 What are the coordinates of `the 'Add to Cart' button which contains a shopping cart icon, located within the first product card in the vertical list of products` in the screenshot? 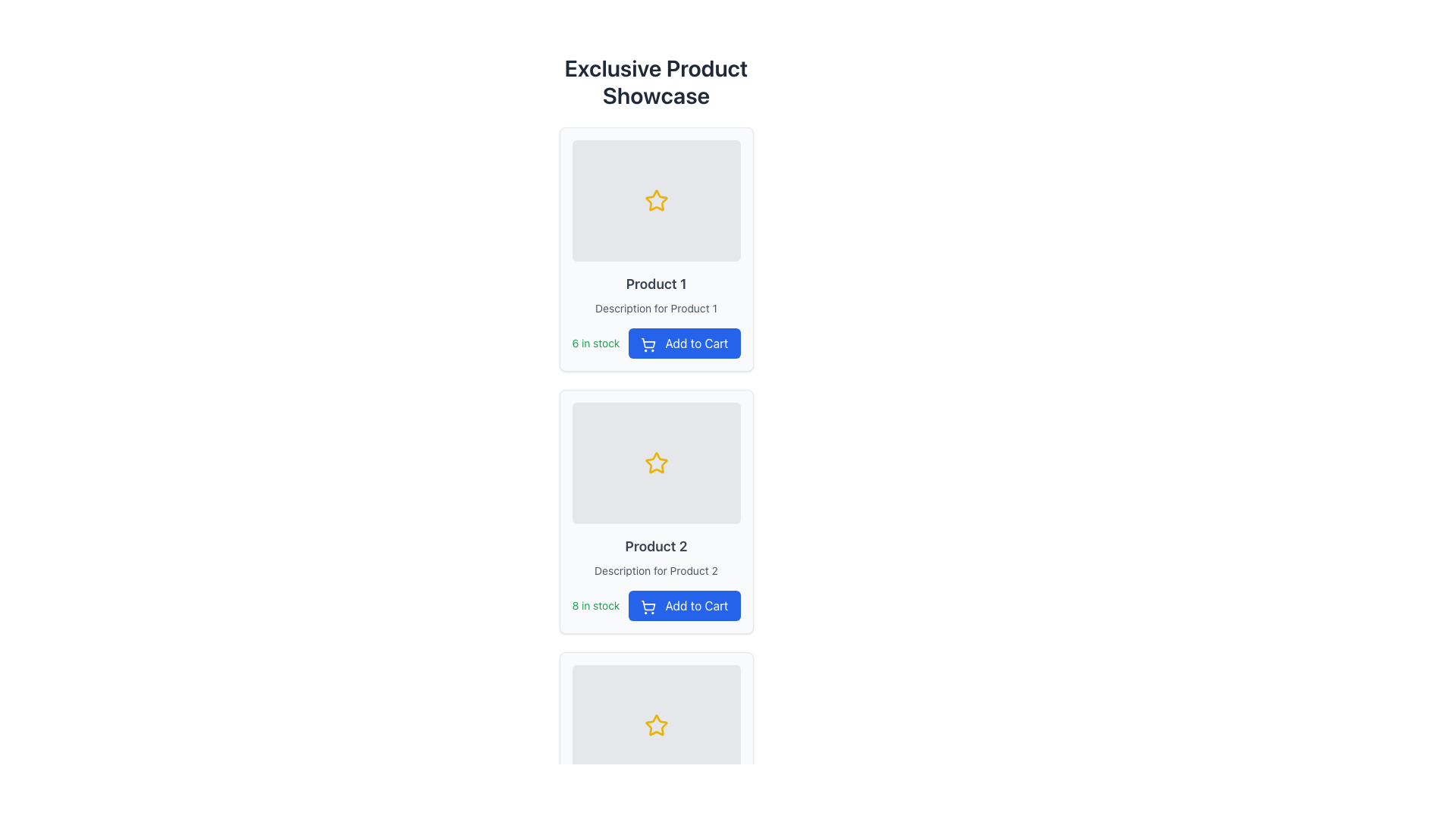 It's located at (648, 344).